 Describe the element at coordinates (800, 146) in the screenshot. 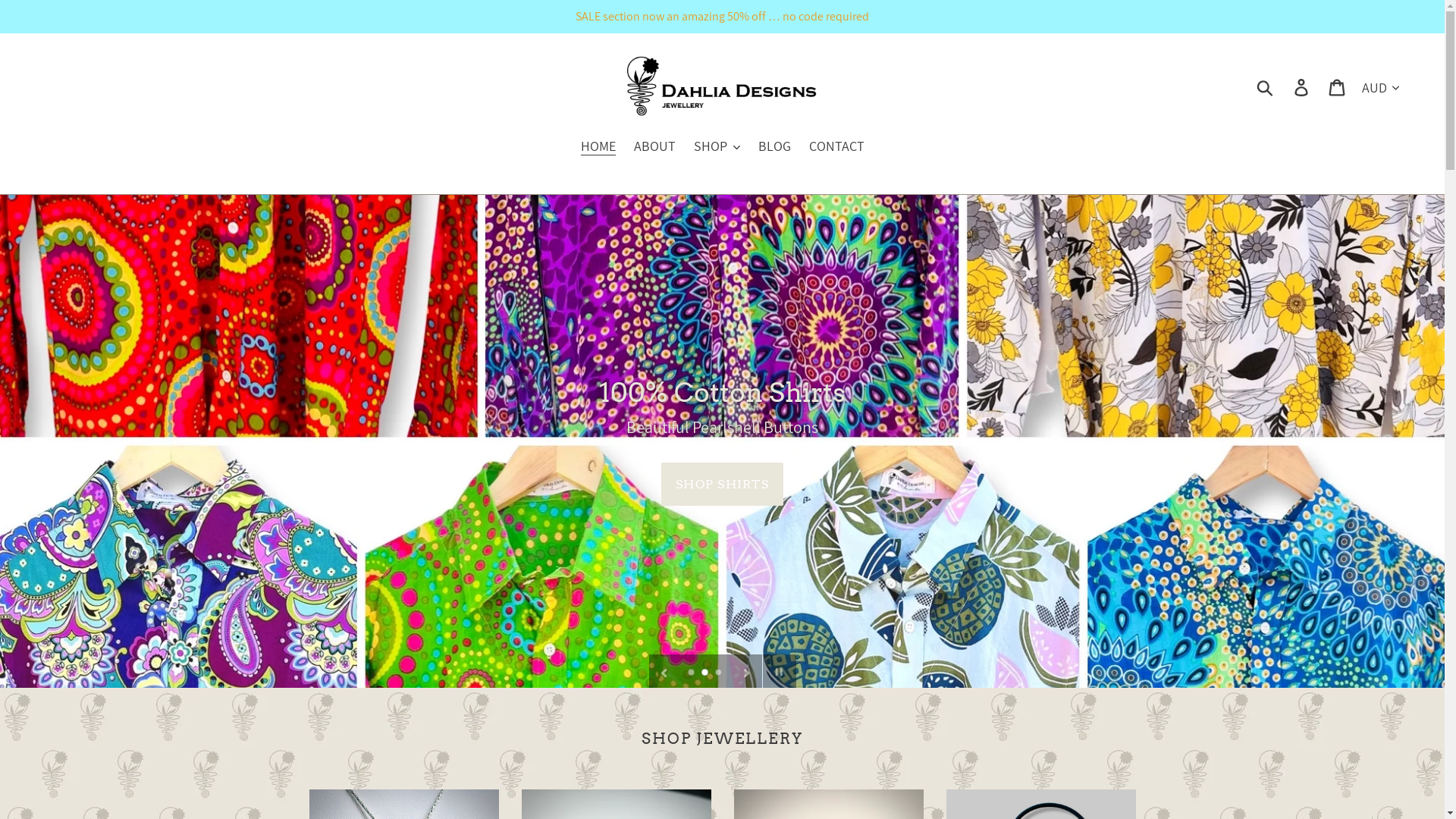

I see `'CONTACT'` at that location.